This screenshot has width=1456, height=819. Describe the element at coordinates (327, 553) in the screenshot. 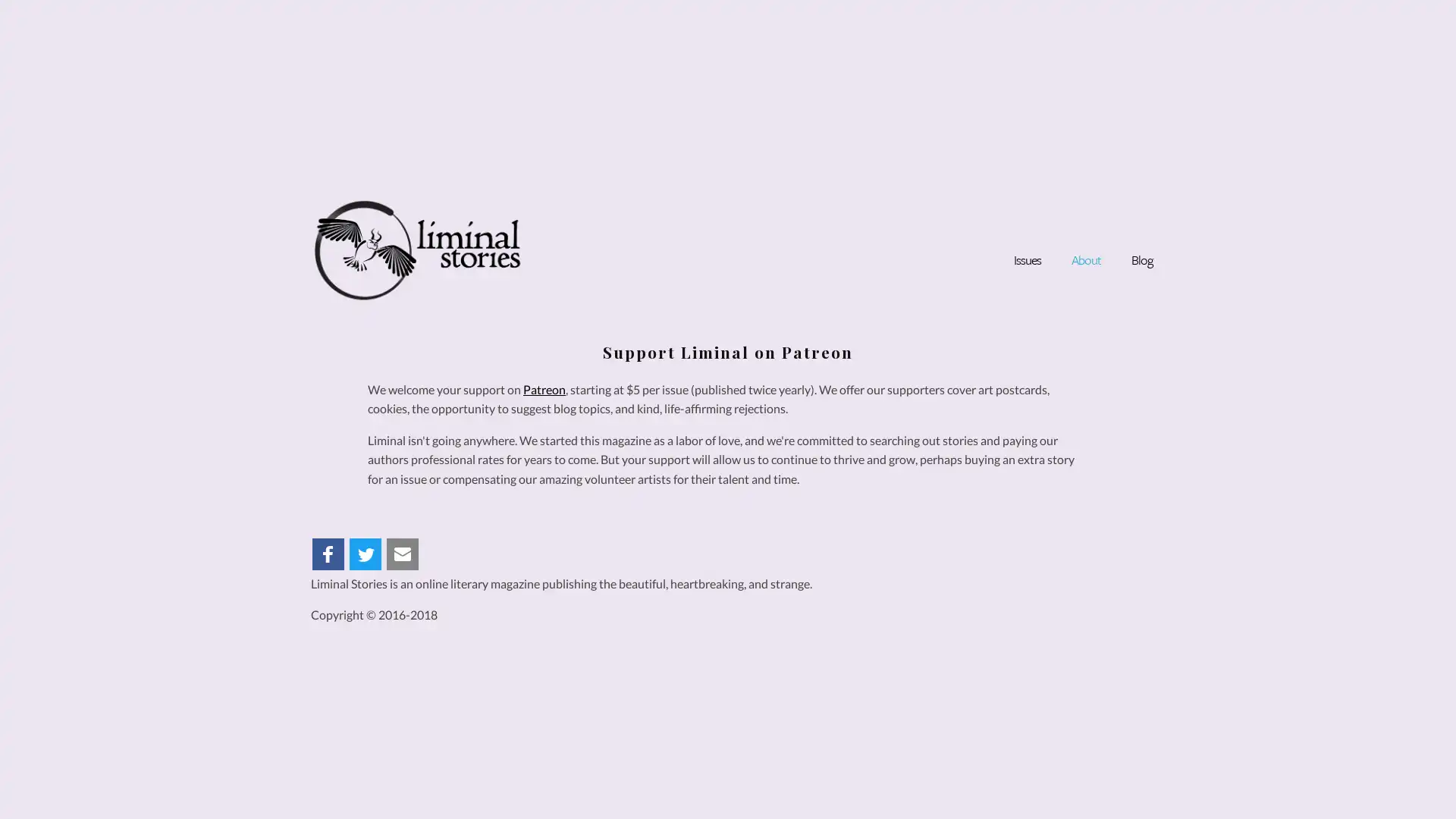

I see `Share to Facebook` at that location.